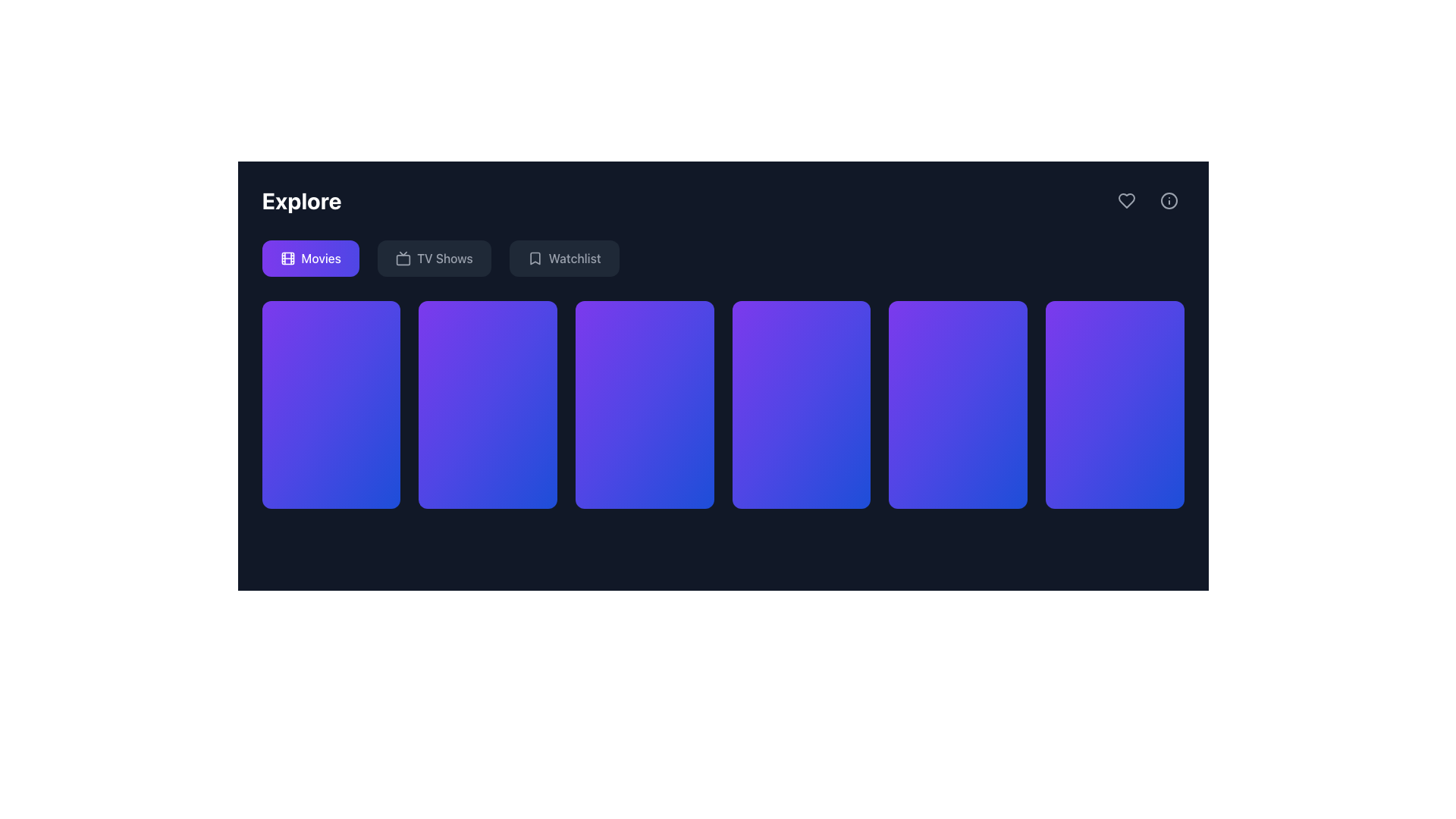 The height and width of the screenshot is (819, 1456). Describe the element at coordinates (1115, 403) in the screenshot. I see `the visual display tile or card, which is the last item in a row of six elements` at that location.